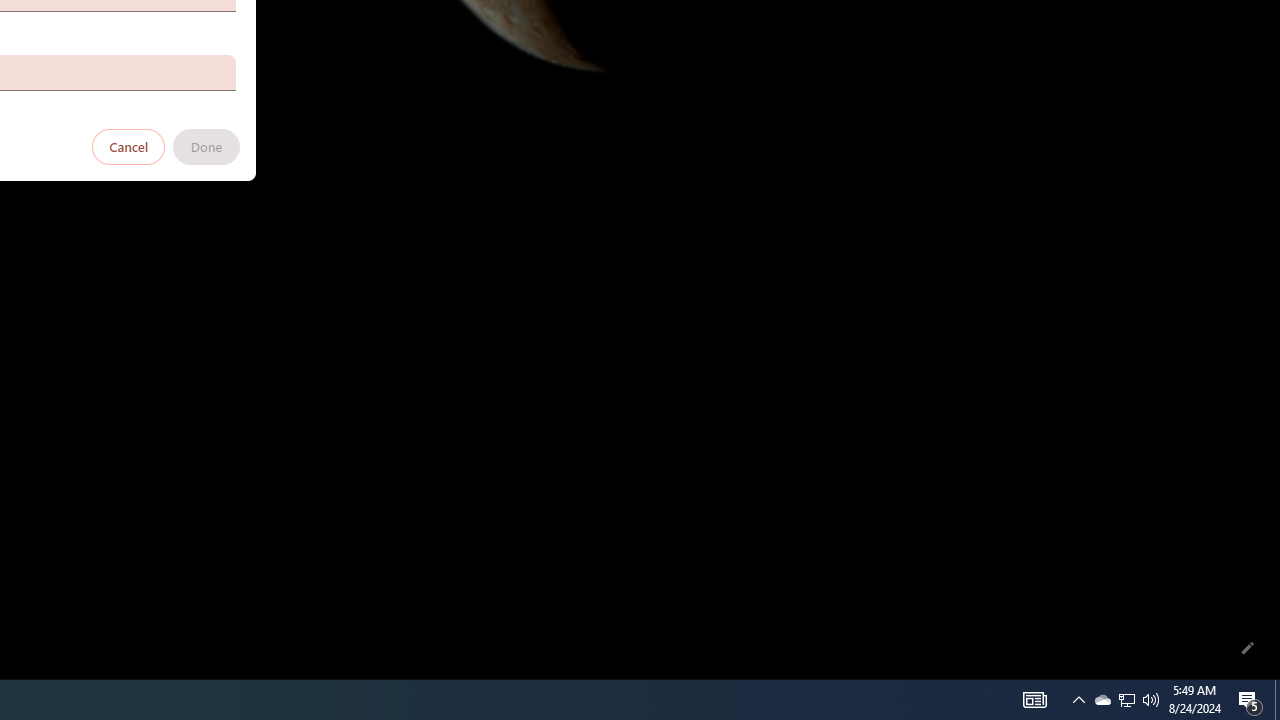 Image resolution: width=1280 pixels, height=720 pixels. Describe the element at coordinates (1078, 698) in the screenshot. I see `'Notification Chevron'` at that location.